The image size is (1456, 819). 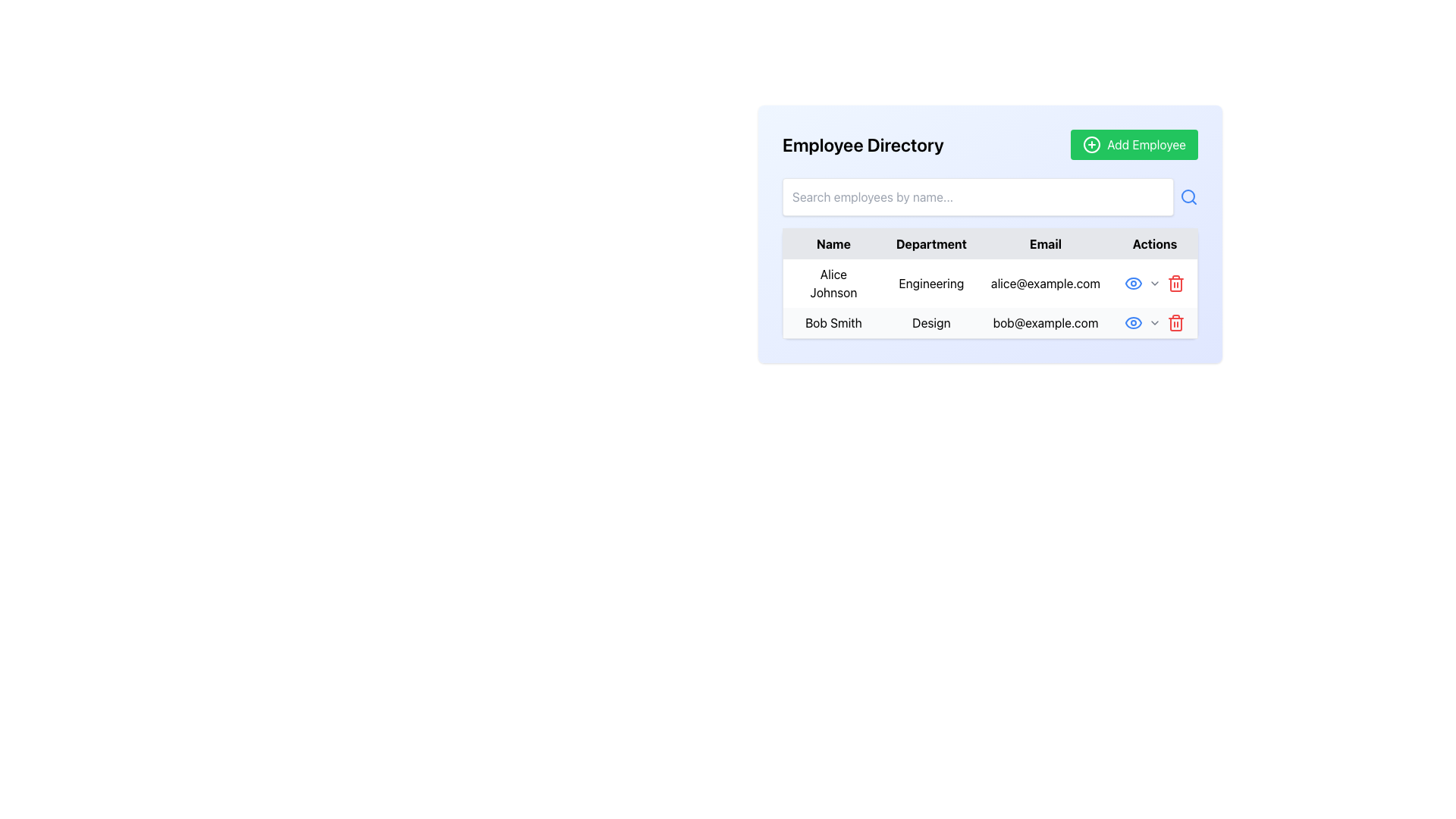 What do you see at coordinates (930, 284) in the screenshot?
I see `the 'Department' Text Label displaying 'Engineering' for the employee 'Alice Johnson' in the first row of the Employee Directory table` at bounding box center [930, 284].